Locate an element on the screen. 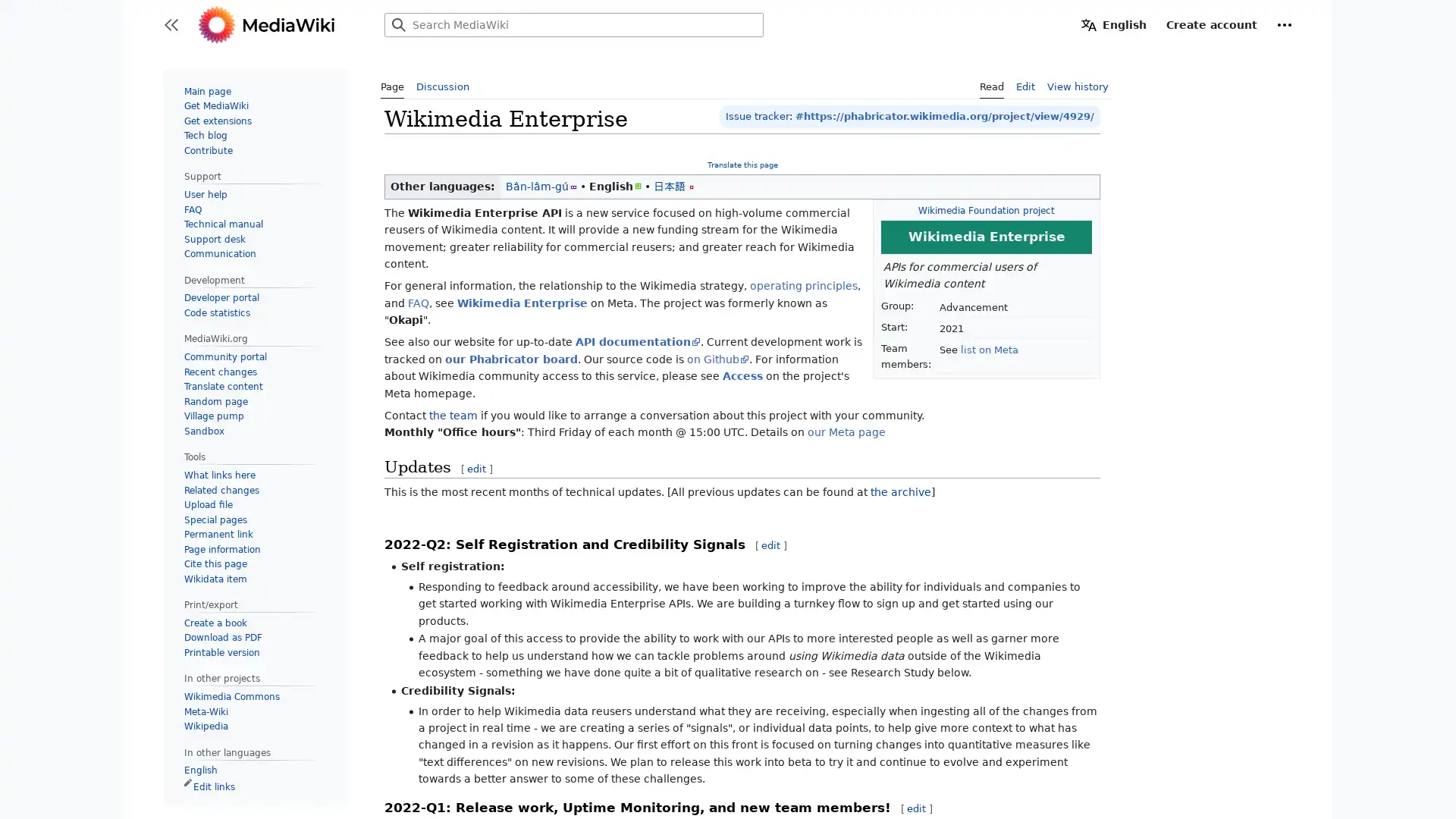  Go is located at coordinates (399, 25).